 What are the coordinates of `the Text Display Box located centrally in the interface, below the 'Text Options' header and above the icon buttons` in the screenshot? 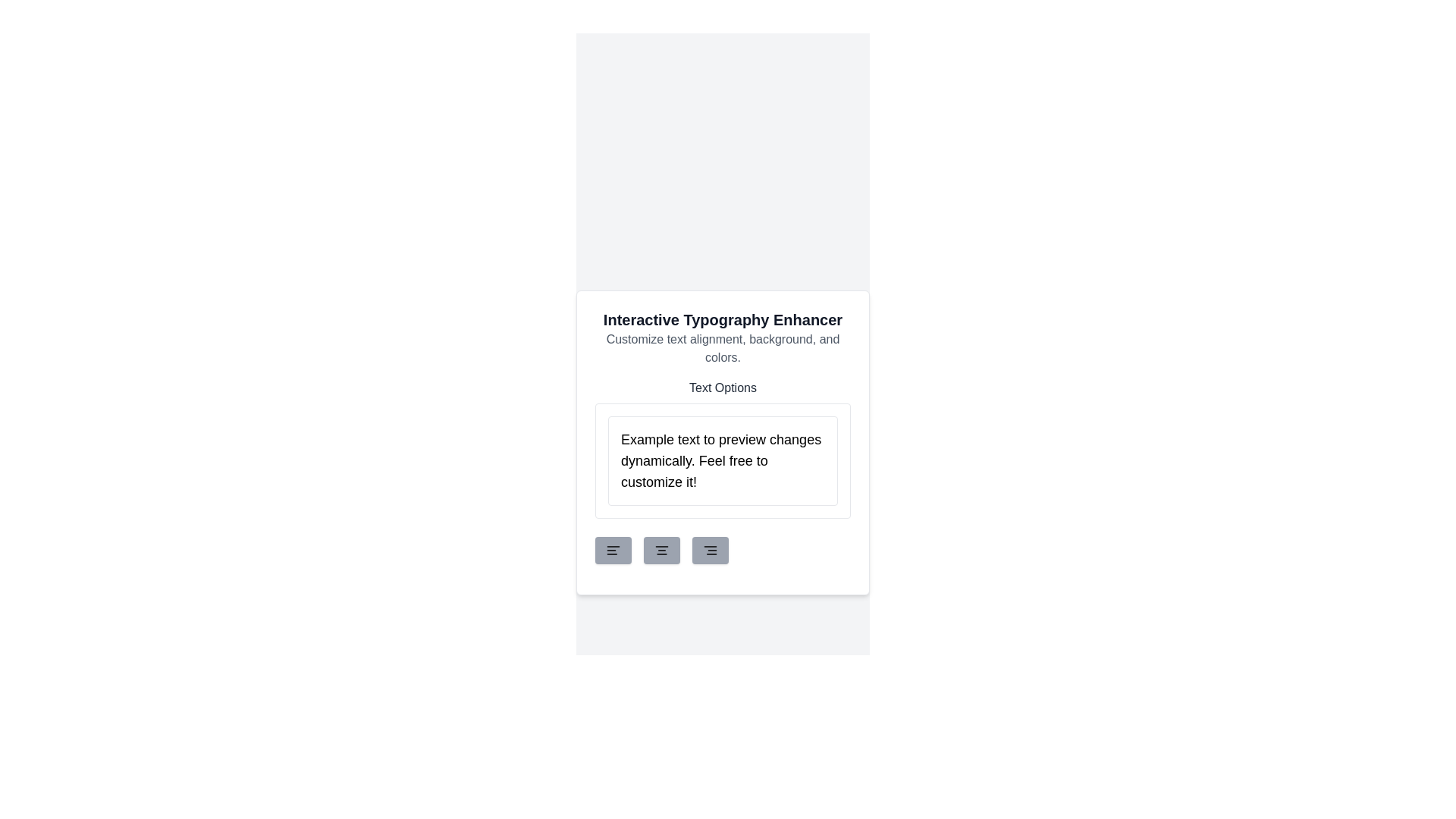 It's located at (722, 447).